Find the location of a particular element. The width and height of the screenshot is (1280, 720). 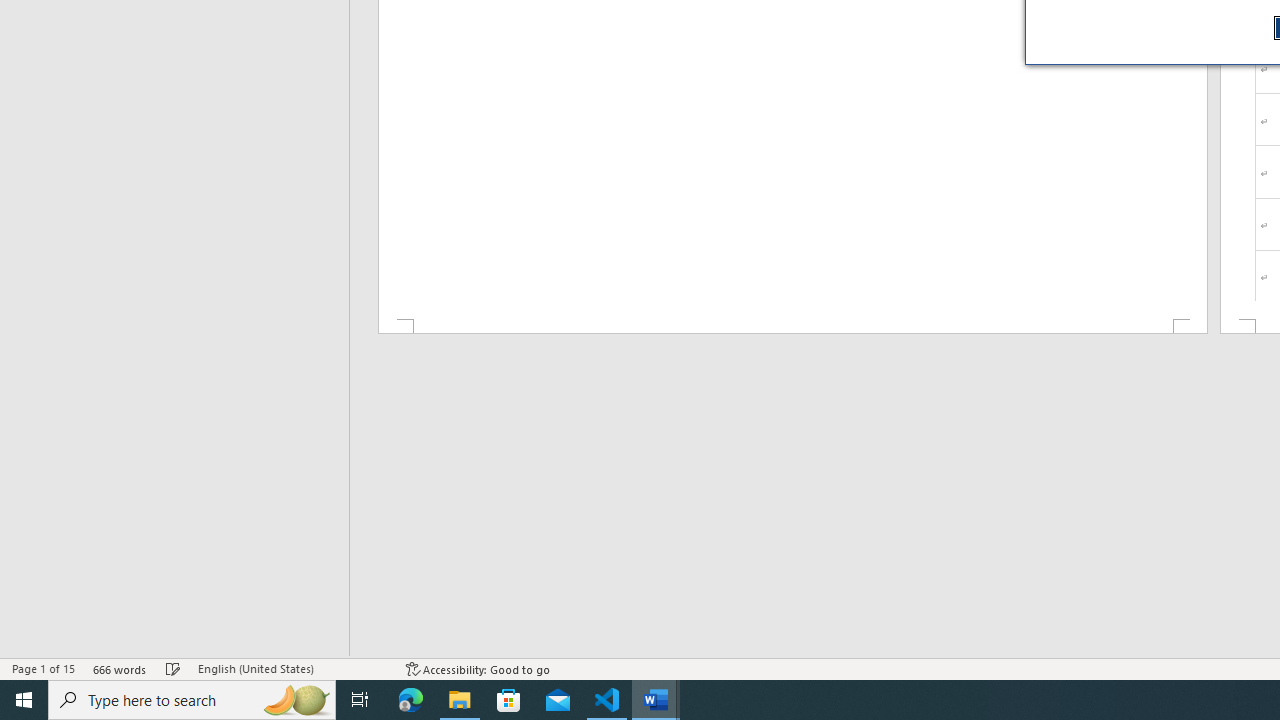

'Microsoft Edge' is located at coordinates (410, 698).